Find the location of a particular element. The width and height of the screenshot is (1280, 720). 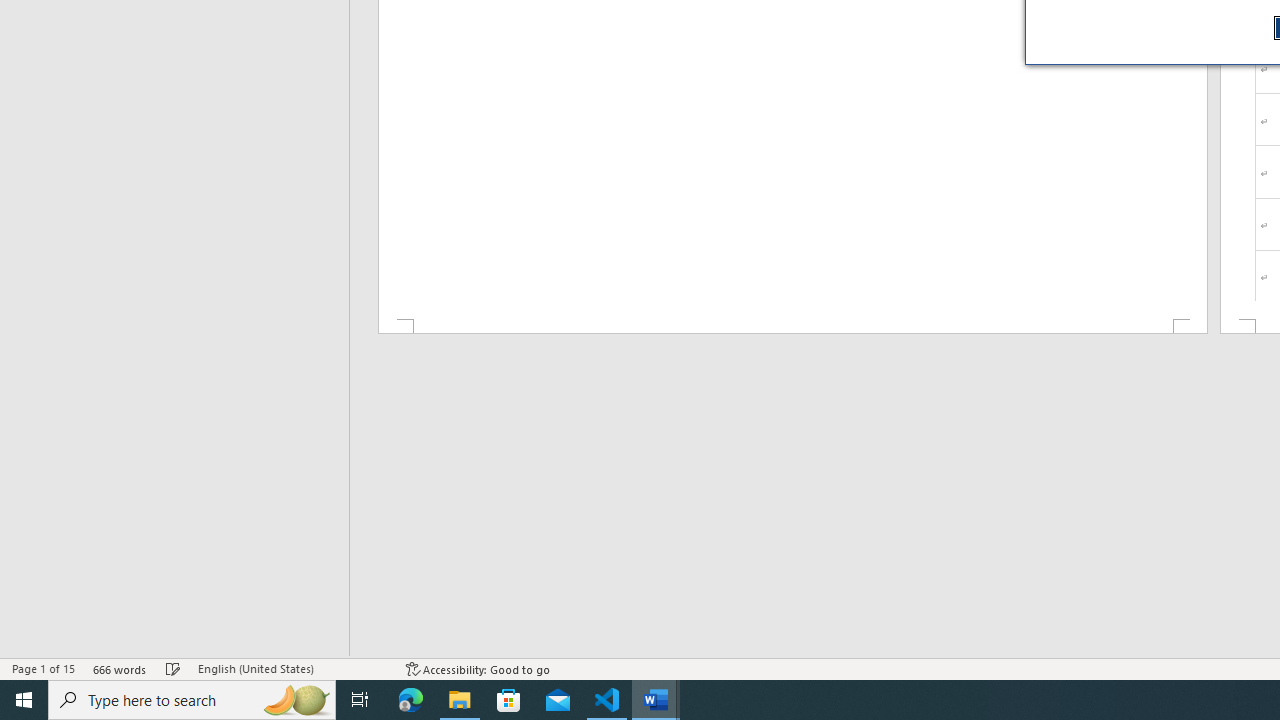

'Microsoft Edge' is located at coordinates (410, 698).